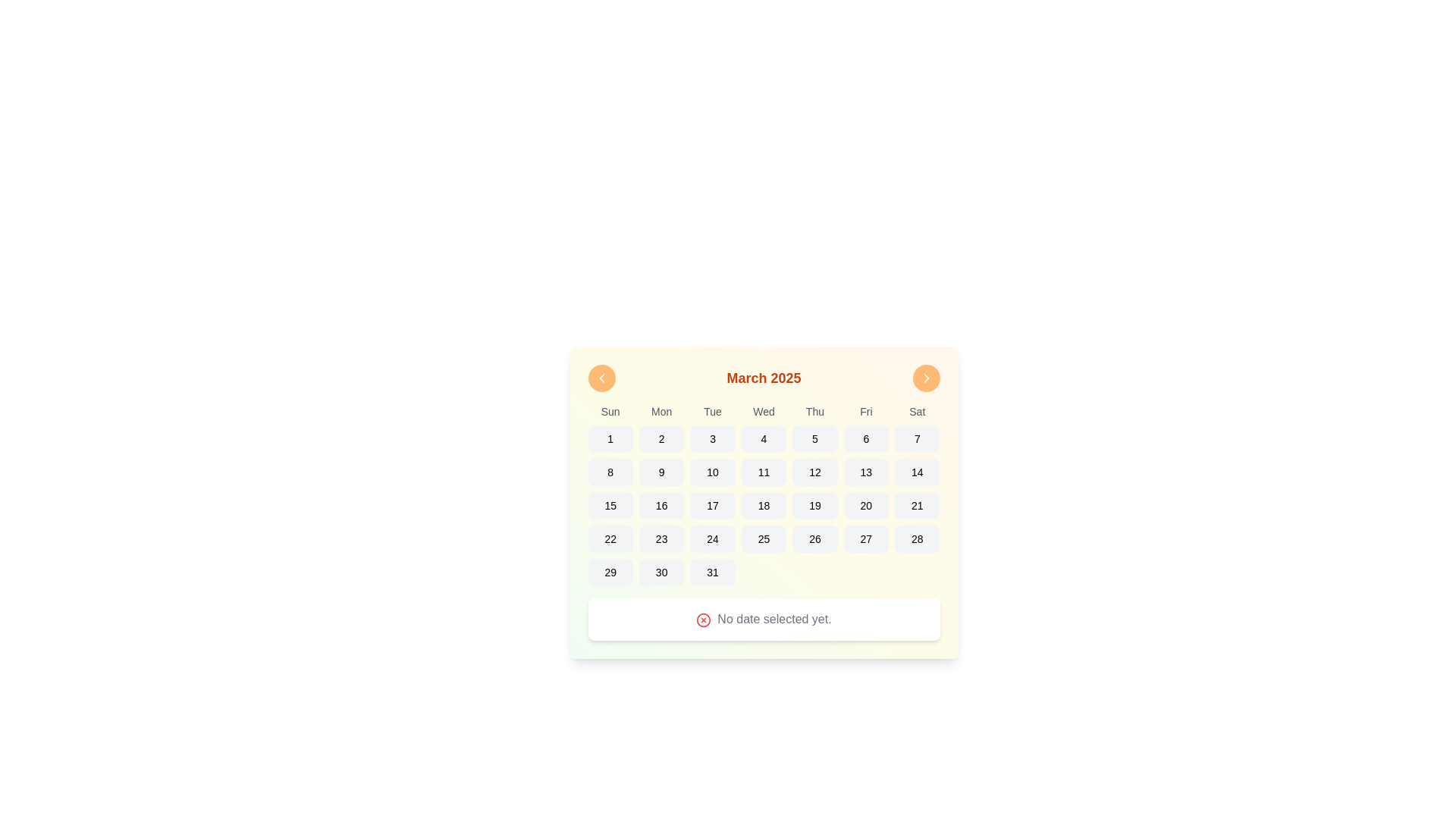 Image resolution: width=1456 pixels, height=819 pixels. I want to click on the text displaying 'March 2025', which is bold, large, and orange, located centrally in the calendar header with navigation icons on either side, so click(764, 377).